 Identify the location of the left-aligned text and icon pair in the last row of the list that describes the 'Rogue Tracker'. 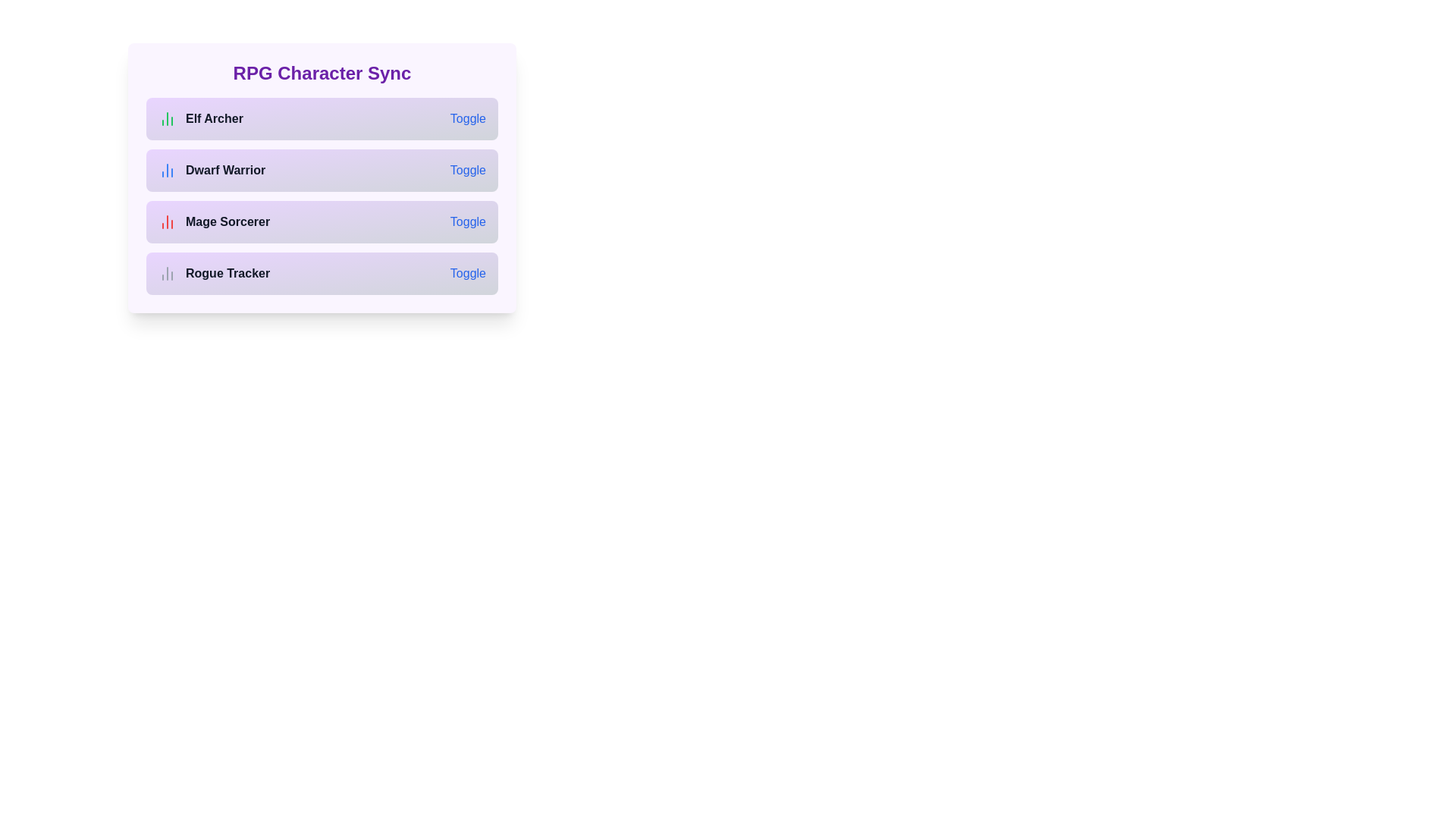
(213, 274).